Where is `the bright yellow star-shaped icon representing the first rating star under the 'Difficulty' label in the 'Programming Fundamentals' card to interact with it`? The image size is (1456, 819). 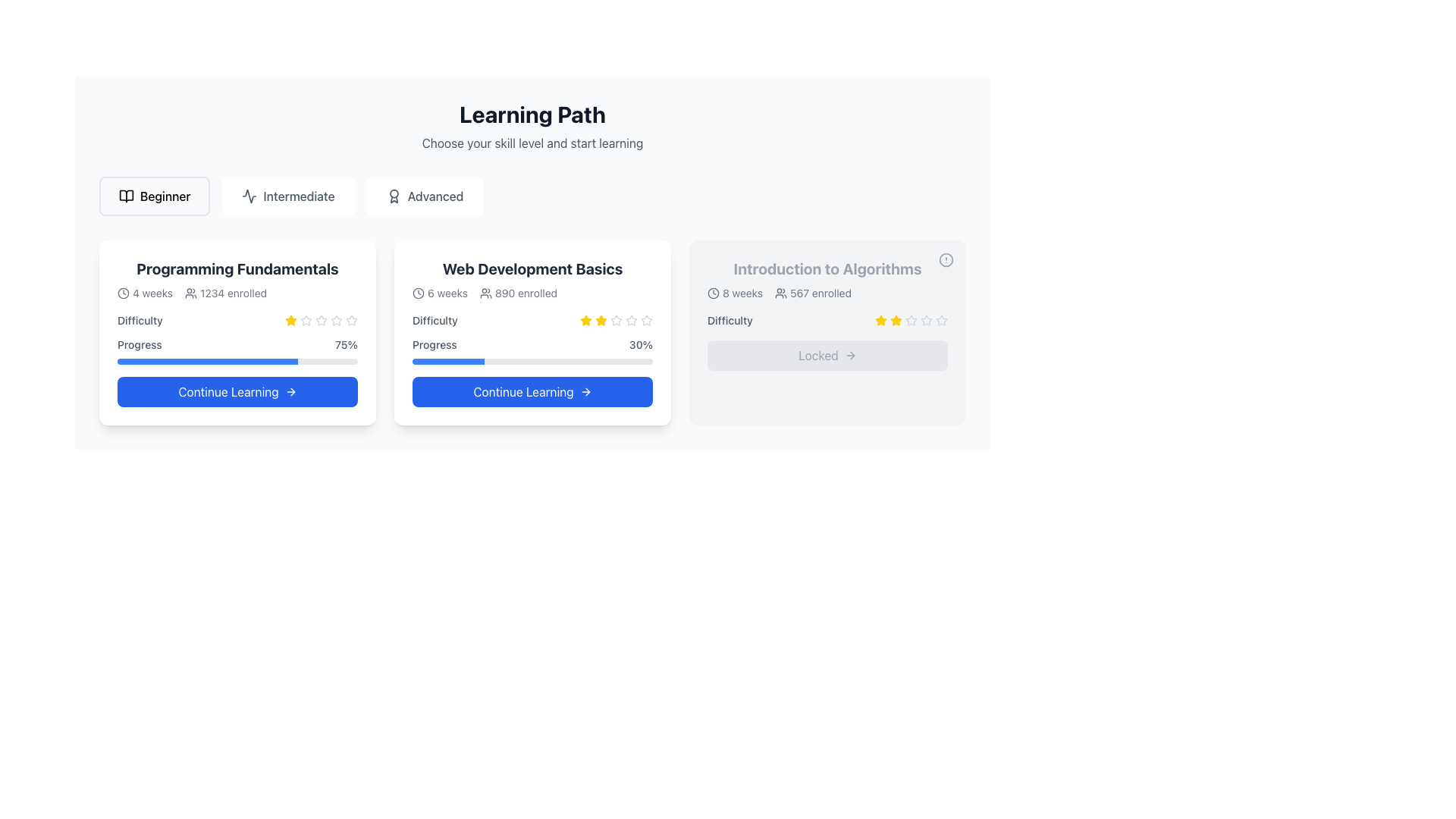 the bright yellow star-shaped icon representing the first rating star under the 'Difficulty' label in the 'Programming Fundamentals' card to interact with it is located at coordinates (291, 319).